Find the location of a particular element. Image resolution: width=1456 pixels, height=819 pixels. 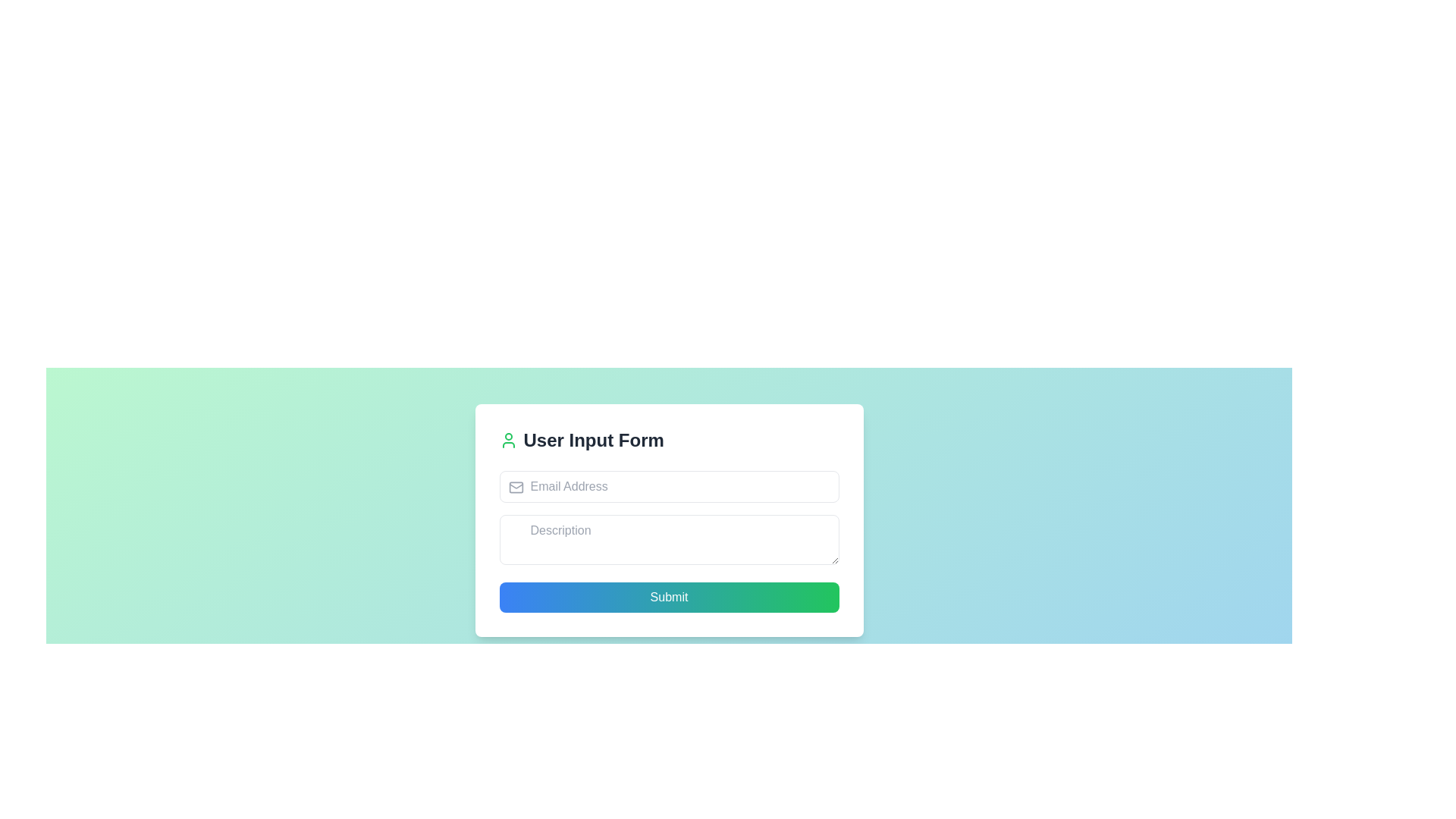

the user profile icon, which is a minimalist green circular head is located at coordinates (508, 441).